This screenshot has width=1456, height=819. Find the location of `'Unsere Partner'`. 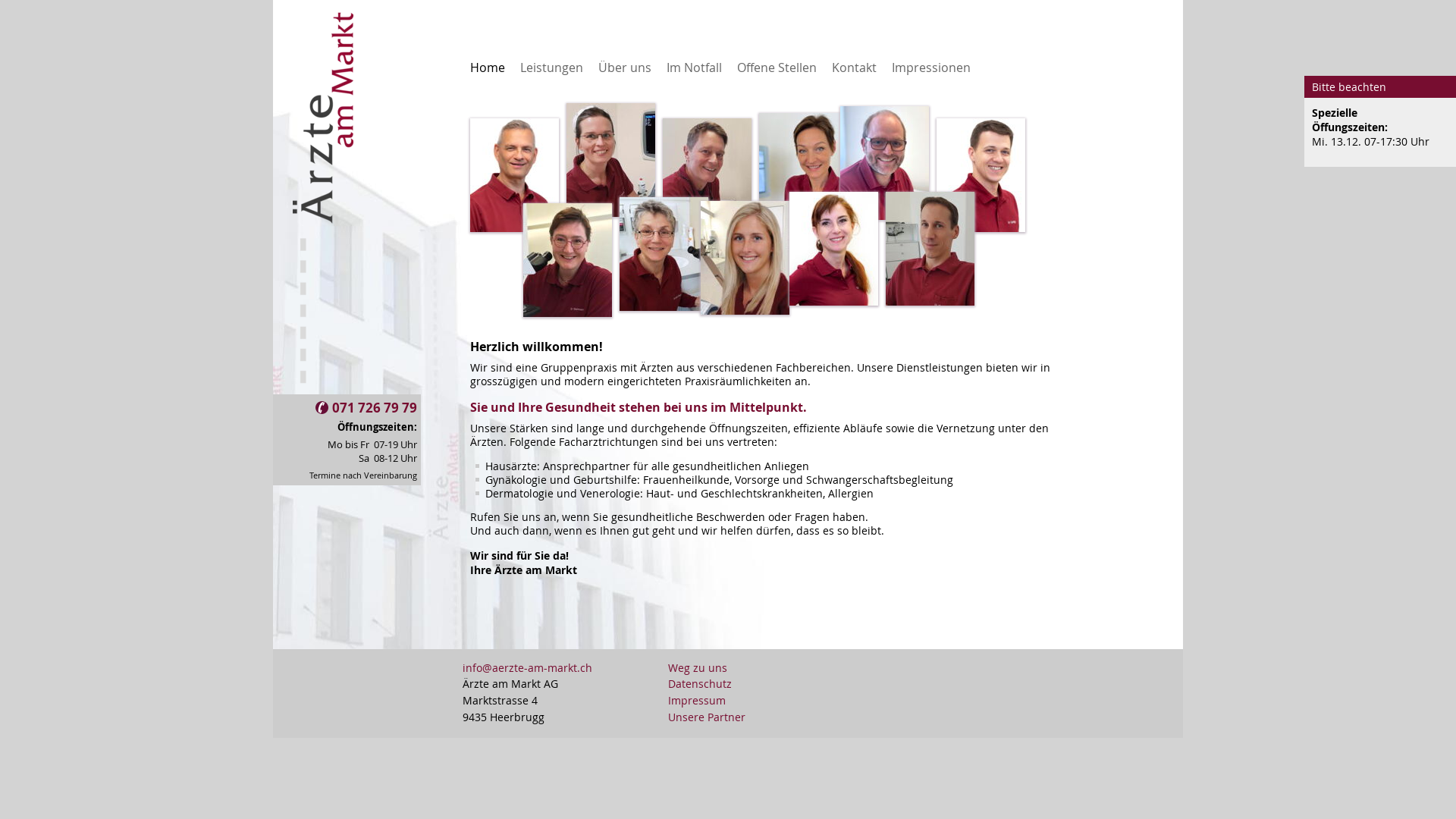

'Unsere Partner' is located at coordinates (705, 717).